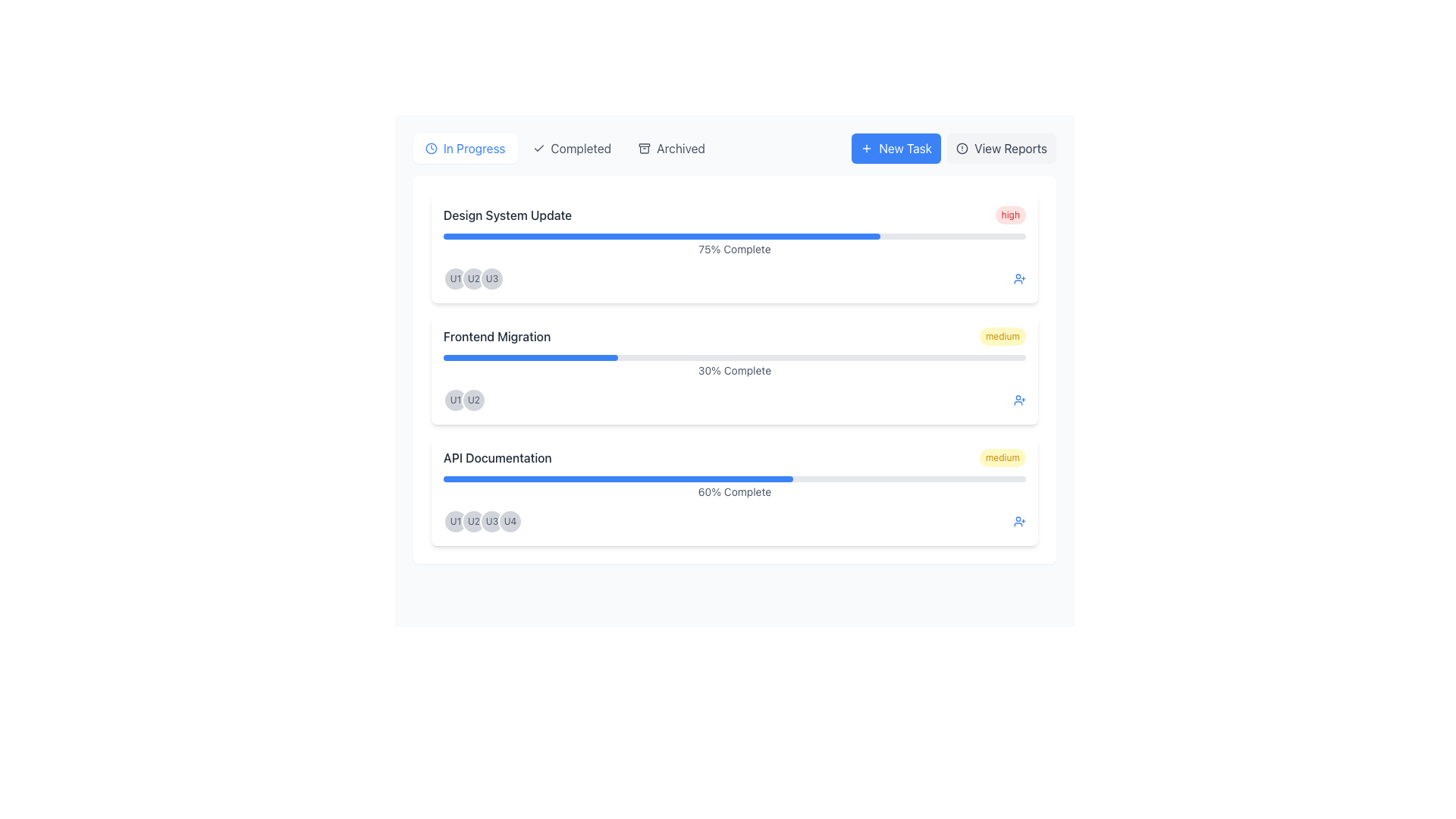  I want to click on the progress indicator displaying '30% Complete', so click(735, 366).